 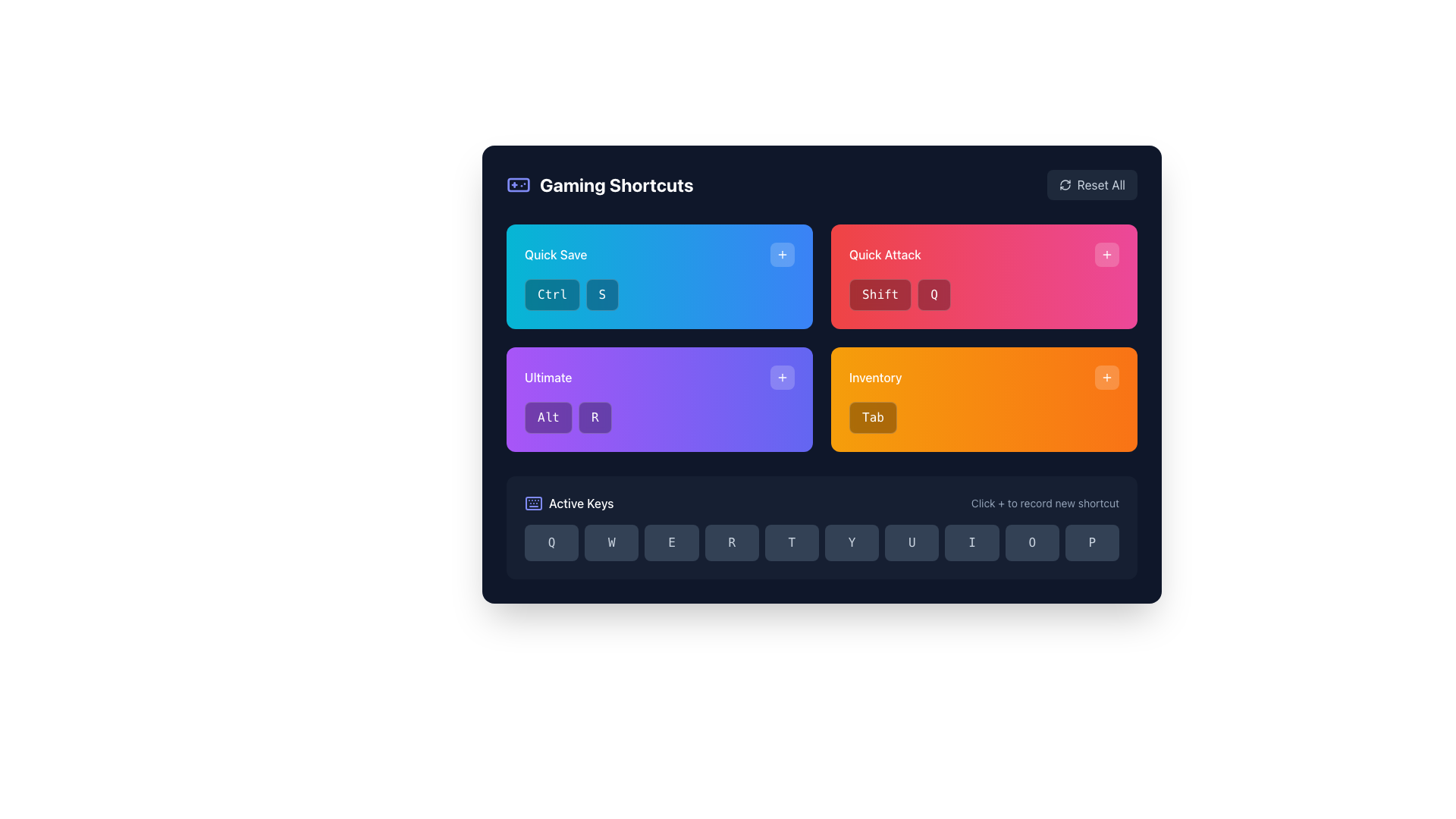 I want to click on the text label displaying 'Ultimate' in white font, located within a purple rectangular region in the lower-left quadrant of the application interface, so click(x=548, y=376).